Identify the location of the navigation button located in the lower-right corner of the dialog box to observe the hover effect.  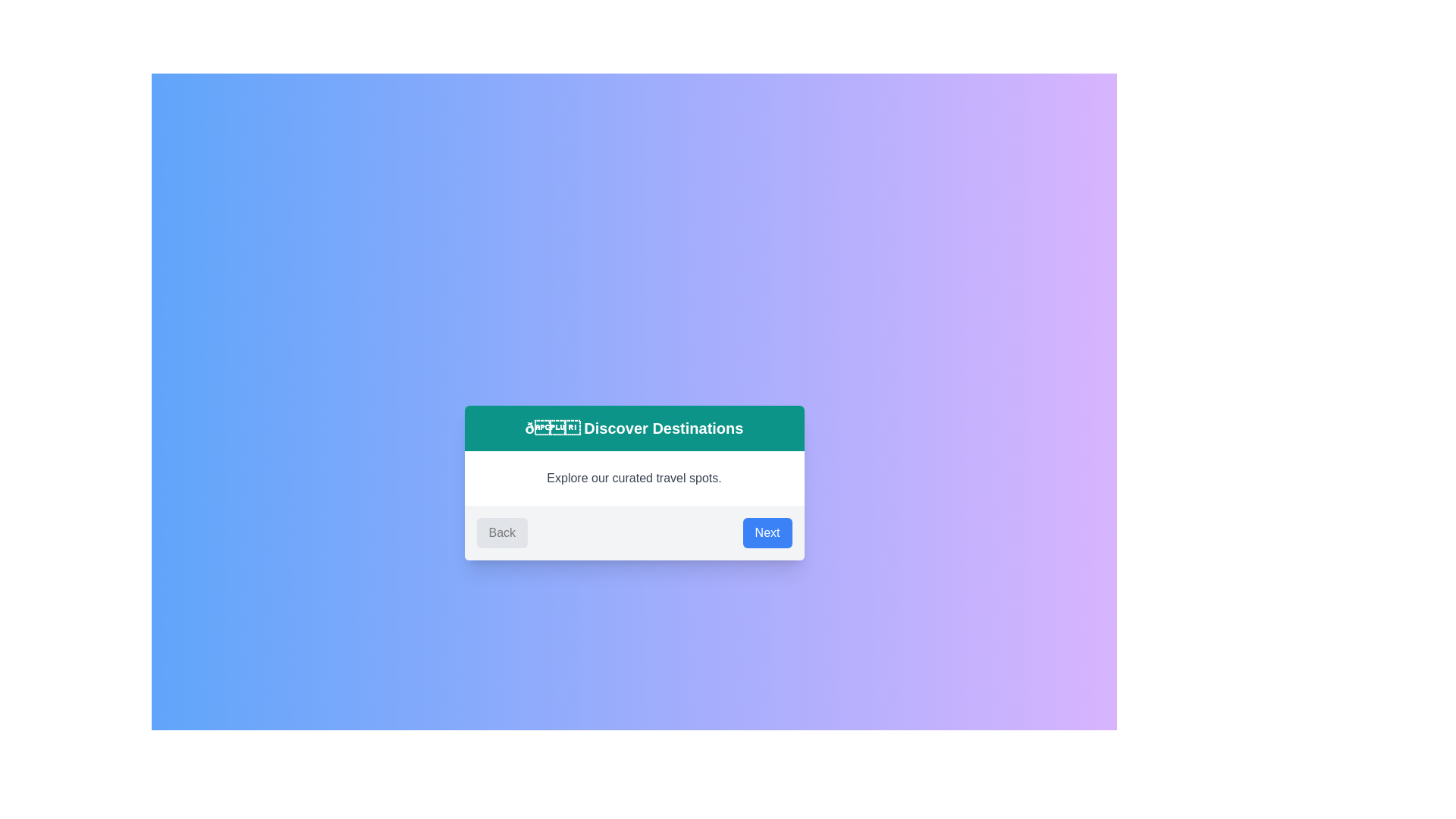
(767, 532).